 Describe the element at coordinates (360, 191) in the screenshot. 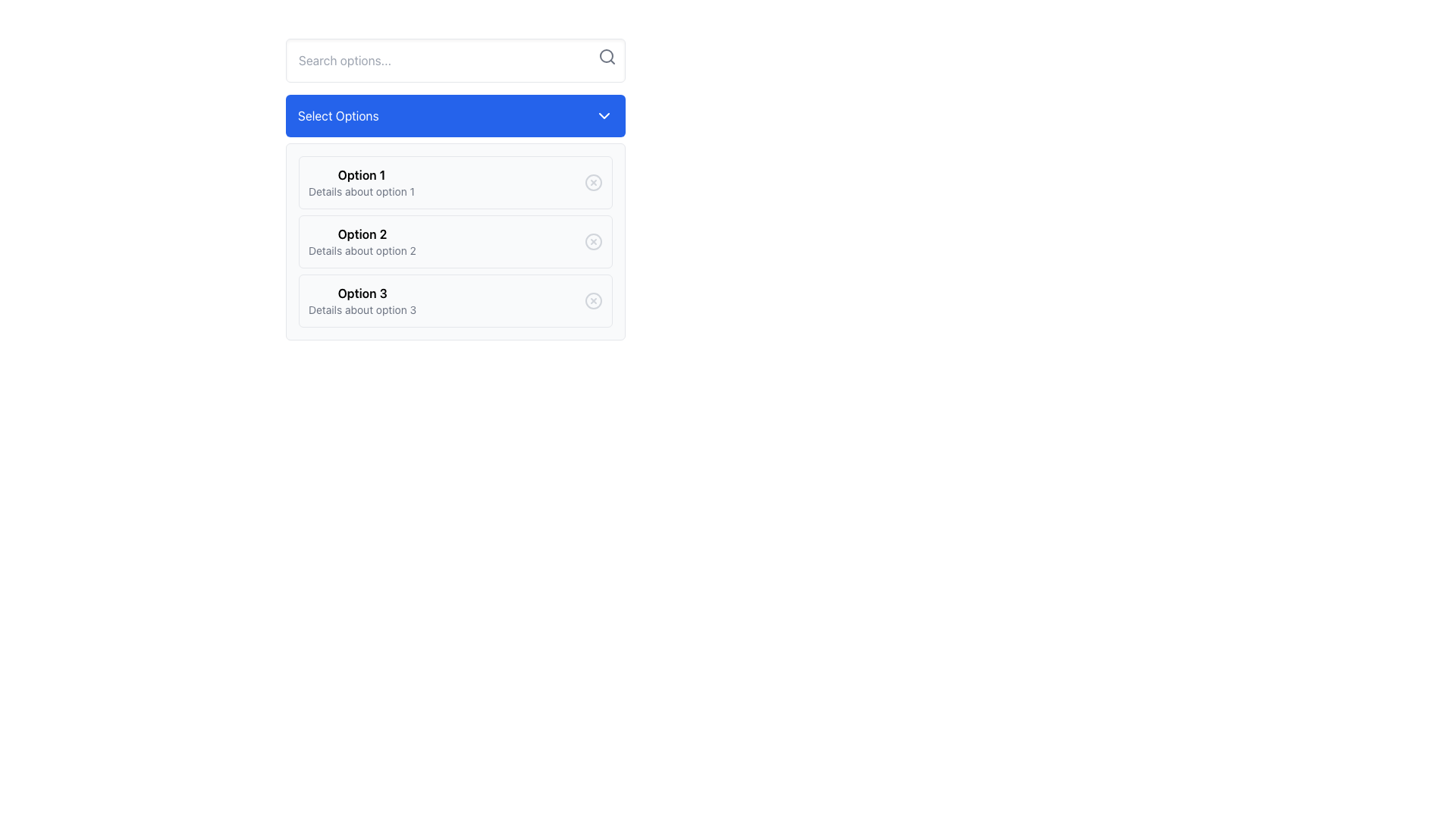

I see `the static text label that displays 'Details about option 1', which is styled with a small font size and gray coloring, positioned directly under the main title 'Option 1' in the dropdown list of options` at that location.